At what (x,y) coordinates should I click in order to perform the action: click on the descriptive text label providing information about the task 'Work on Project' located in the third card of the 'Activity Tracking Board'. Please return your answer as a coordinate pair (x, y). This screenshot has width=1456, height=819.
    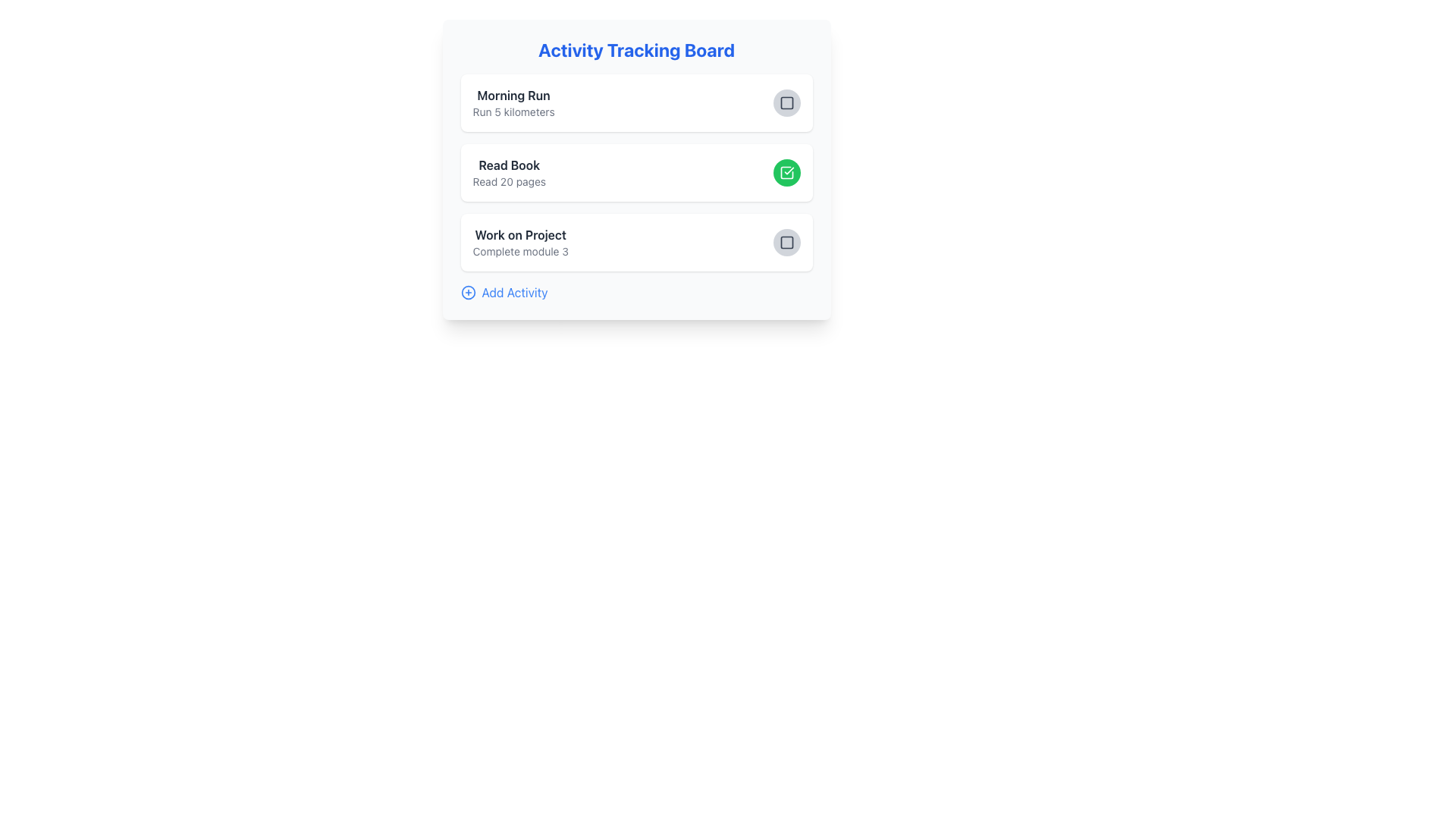
    Looking at the image, I should click on (520, 250).